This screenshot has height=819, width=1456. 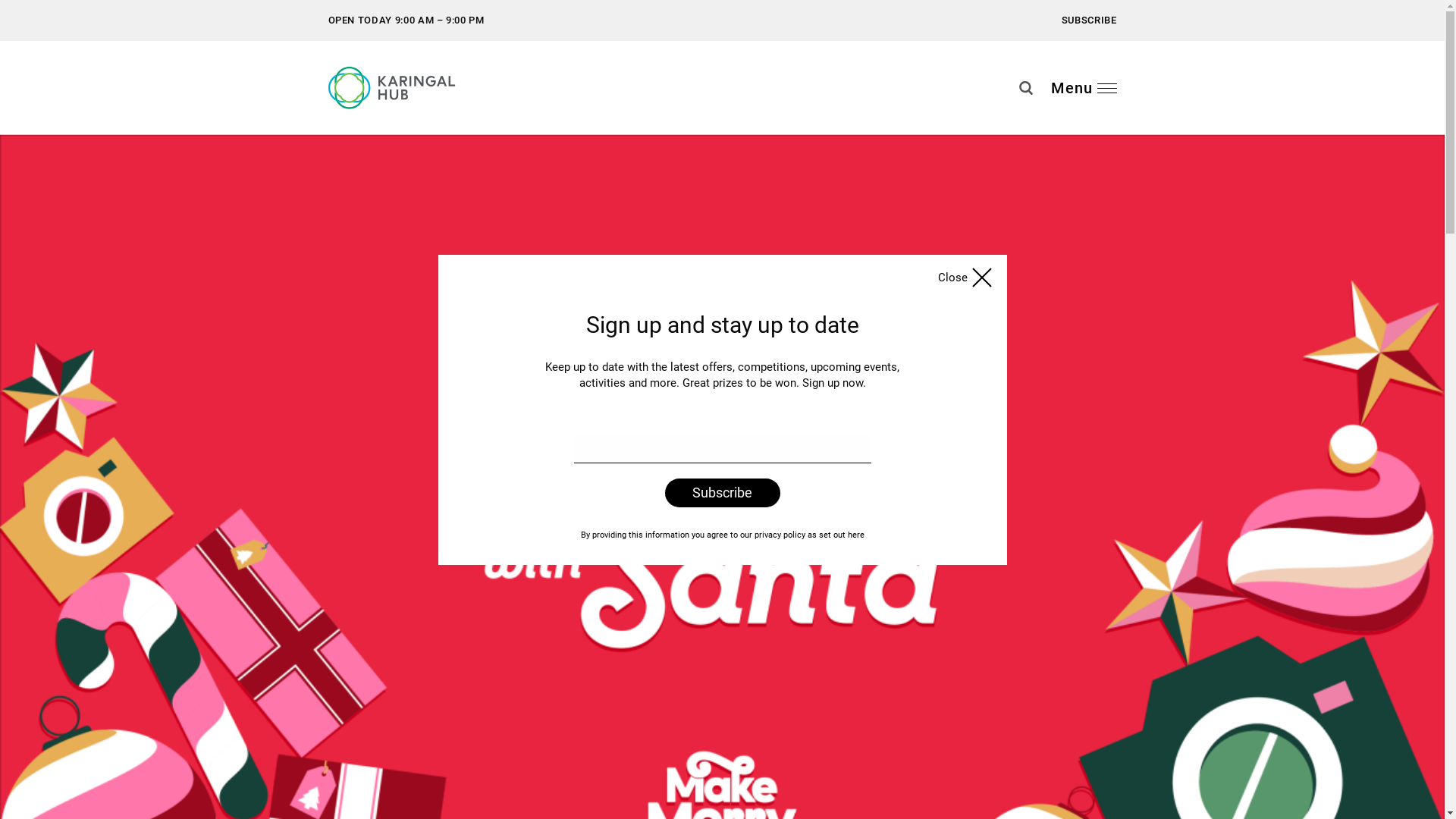 What do you see at coordinates (403, 87) in the screenshot?
I see `'Karingal Hub'` at bounding box center [403, 87].